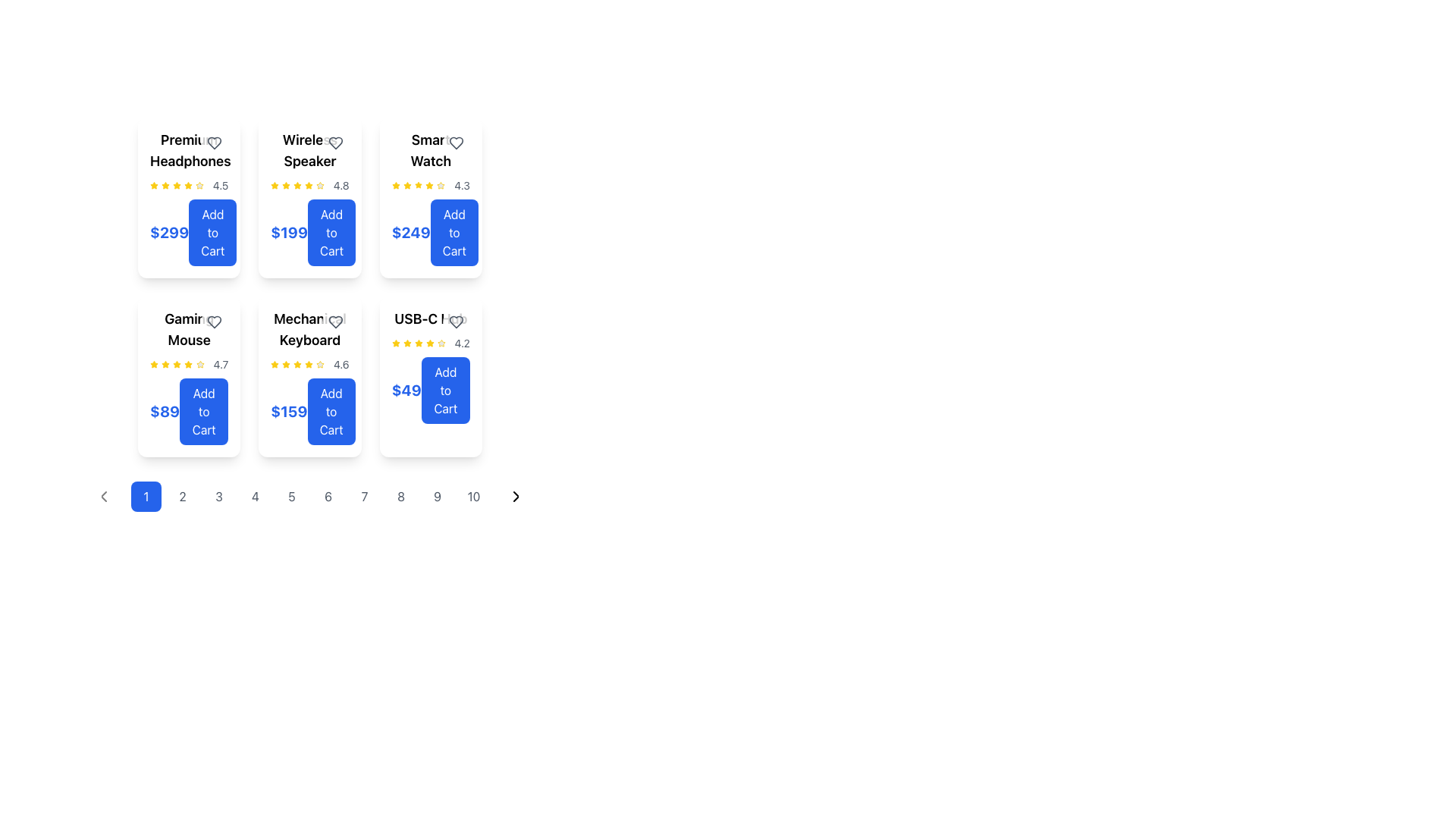 The width and height of the screenshot is (1456, 819). Describe the element at coordinates (455, 143) in the screenshot. I see `the heart button located at the top-right corner of the Smart Watch product card to mark it as a favorite` at that location.